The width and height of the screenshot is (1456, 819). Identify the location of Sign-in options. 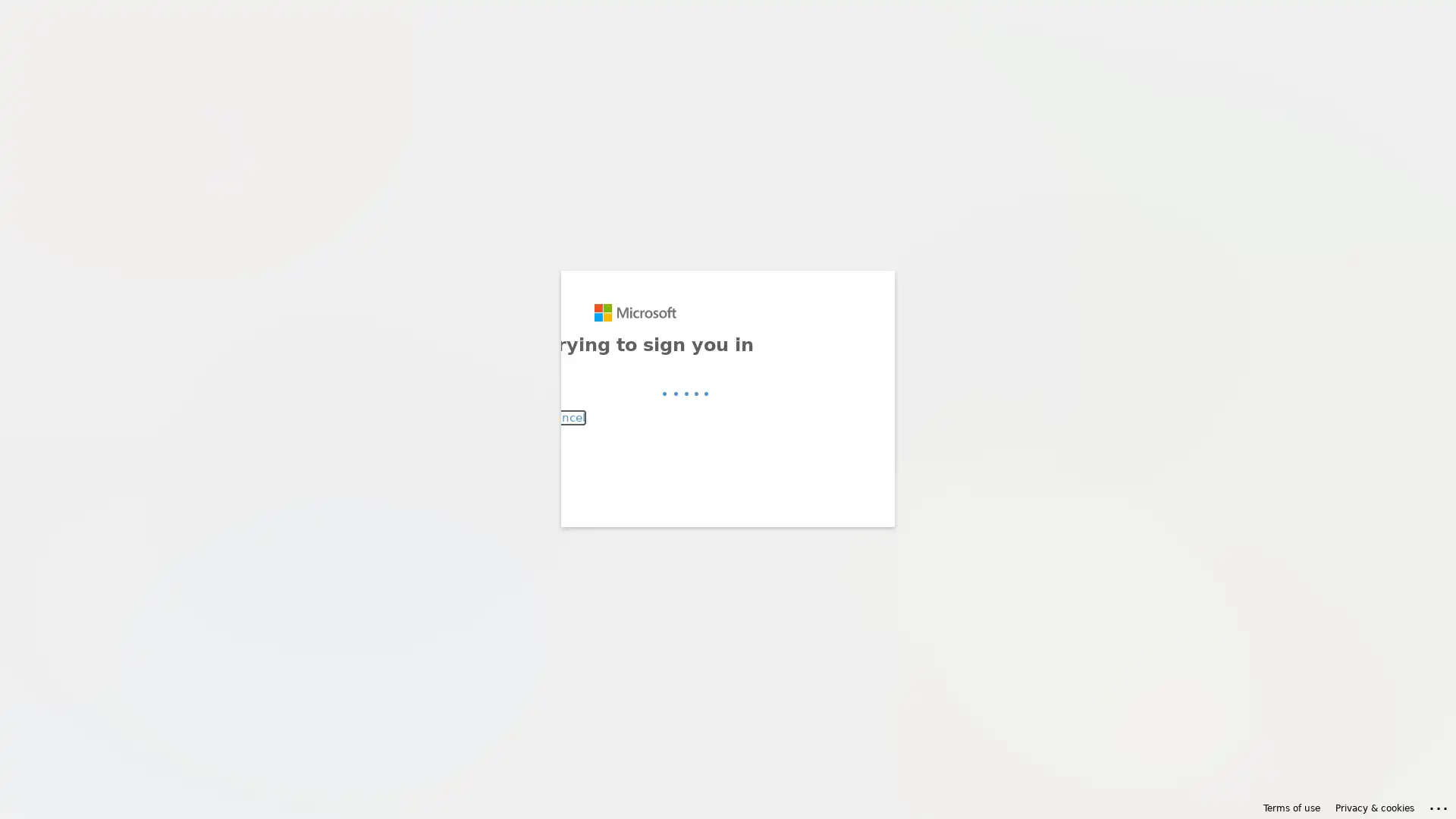
(728, 534).